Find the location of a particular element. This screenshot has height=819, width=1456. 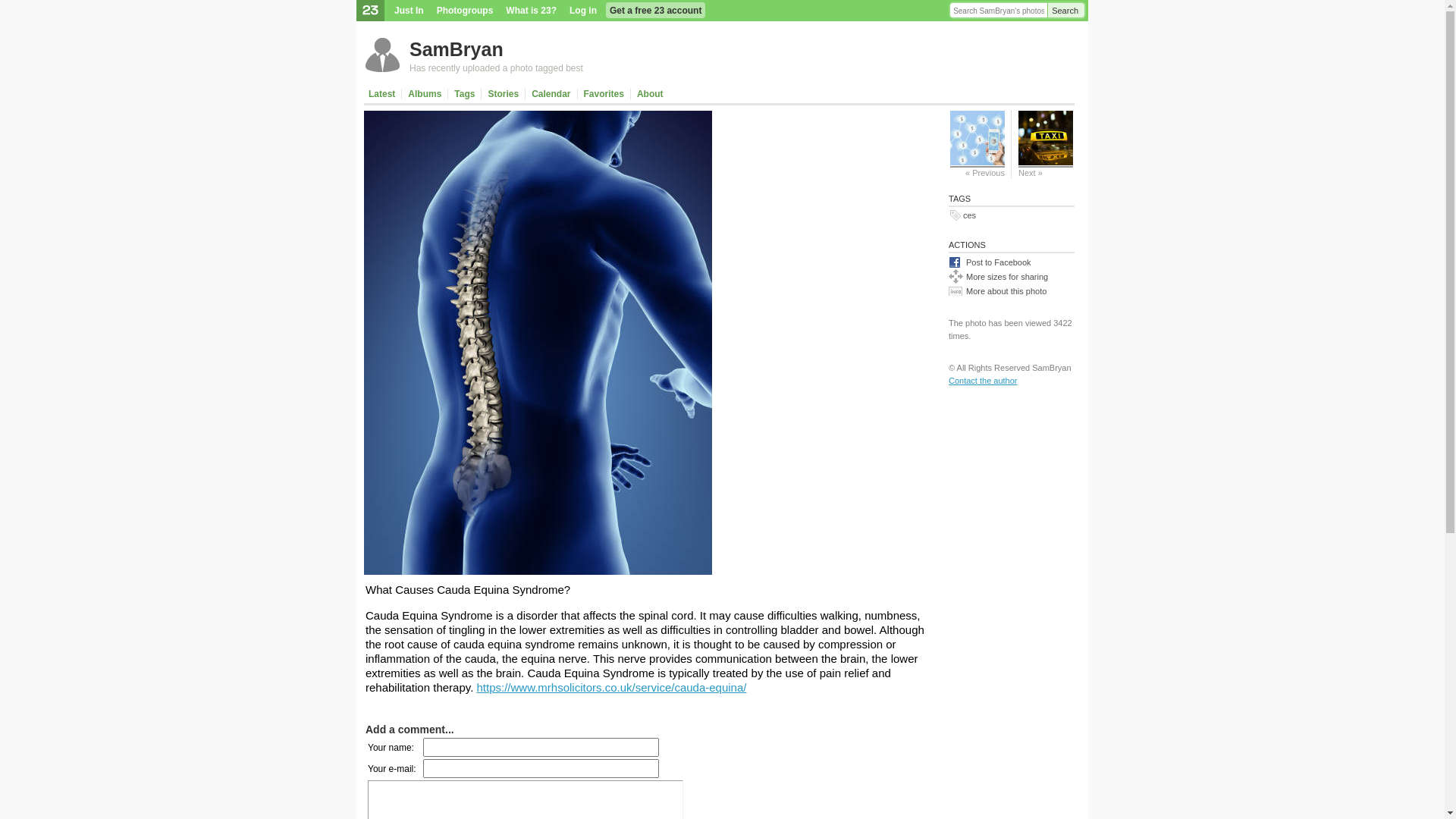

'What is 23?' is located at coordinates (531, 11).